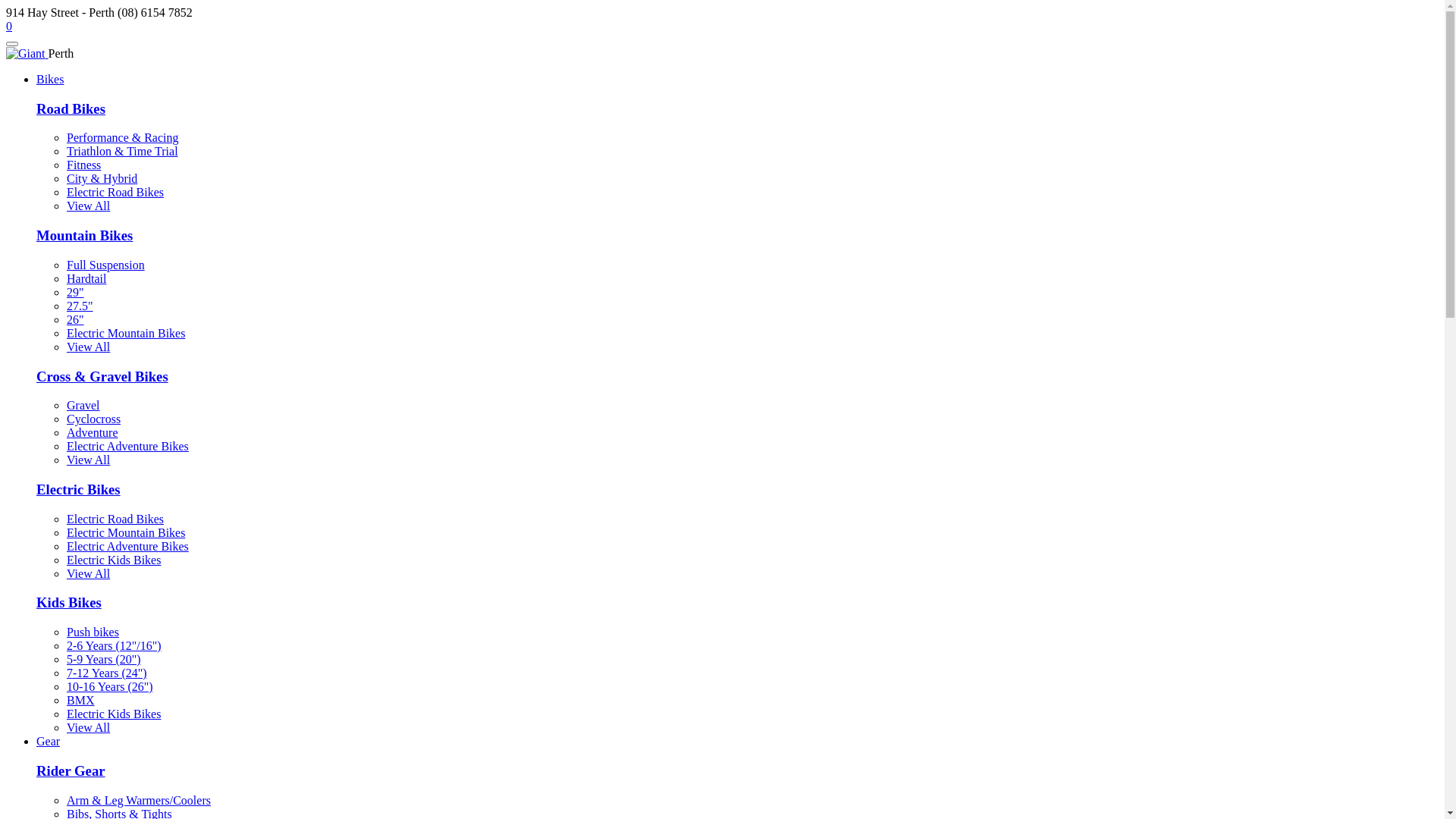  What do you see at coordinates (87, 573) in the screenshot?
I see `'View All'` at bounding box center [87, 573].